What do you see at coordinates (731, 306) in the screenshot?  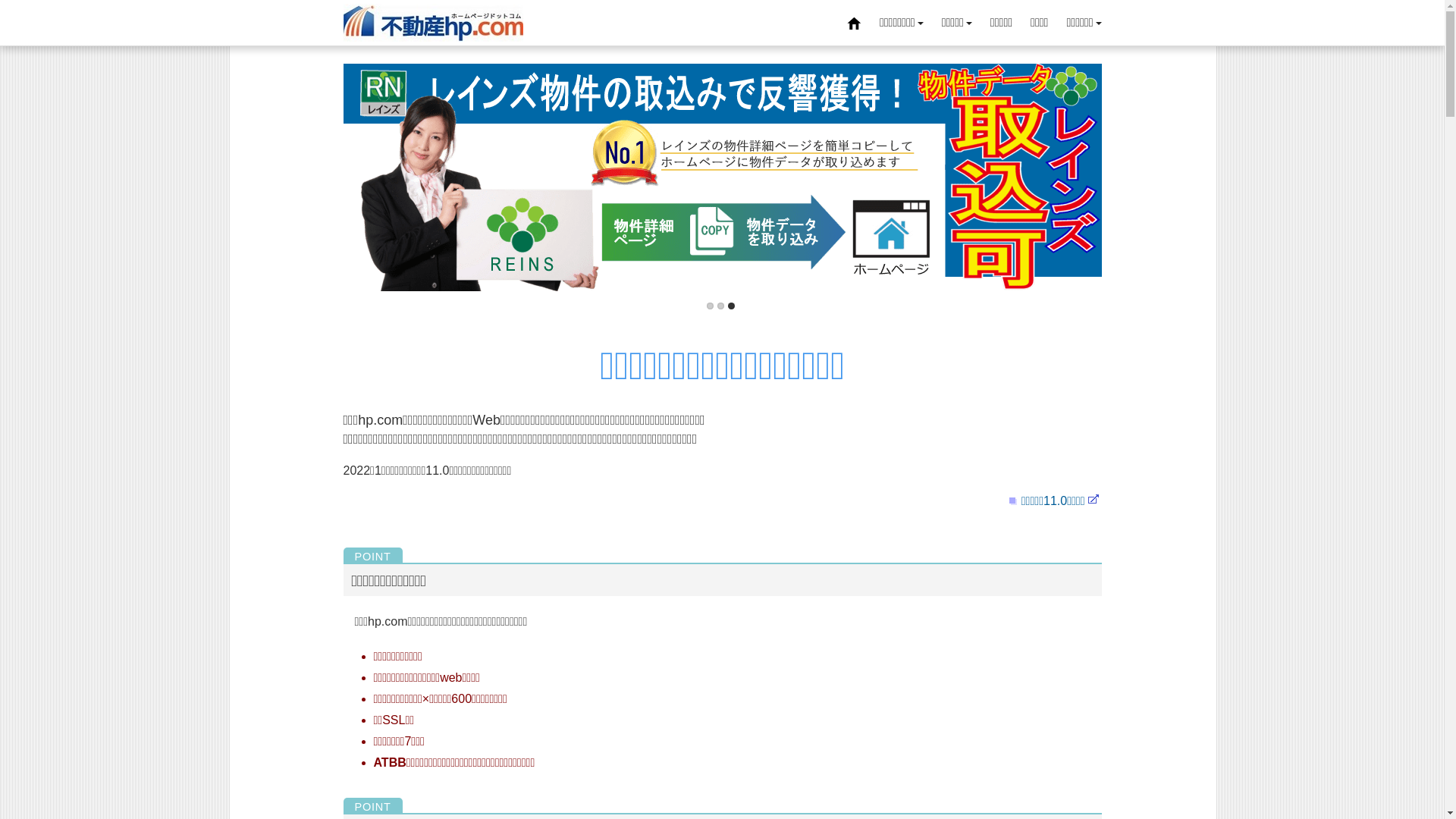 I see `'3'` at bounding box center [731, 306].